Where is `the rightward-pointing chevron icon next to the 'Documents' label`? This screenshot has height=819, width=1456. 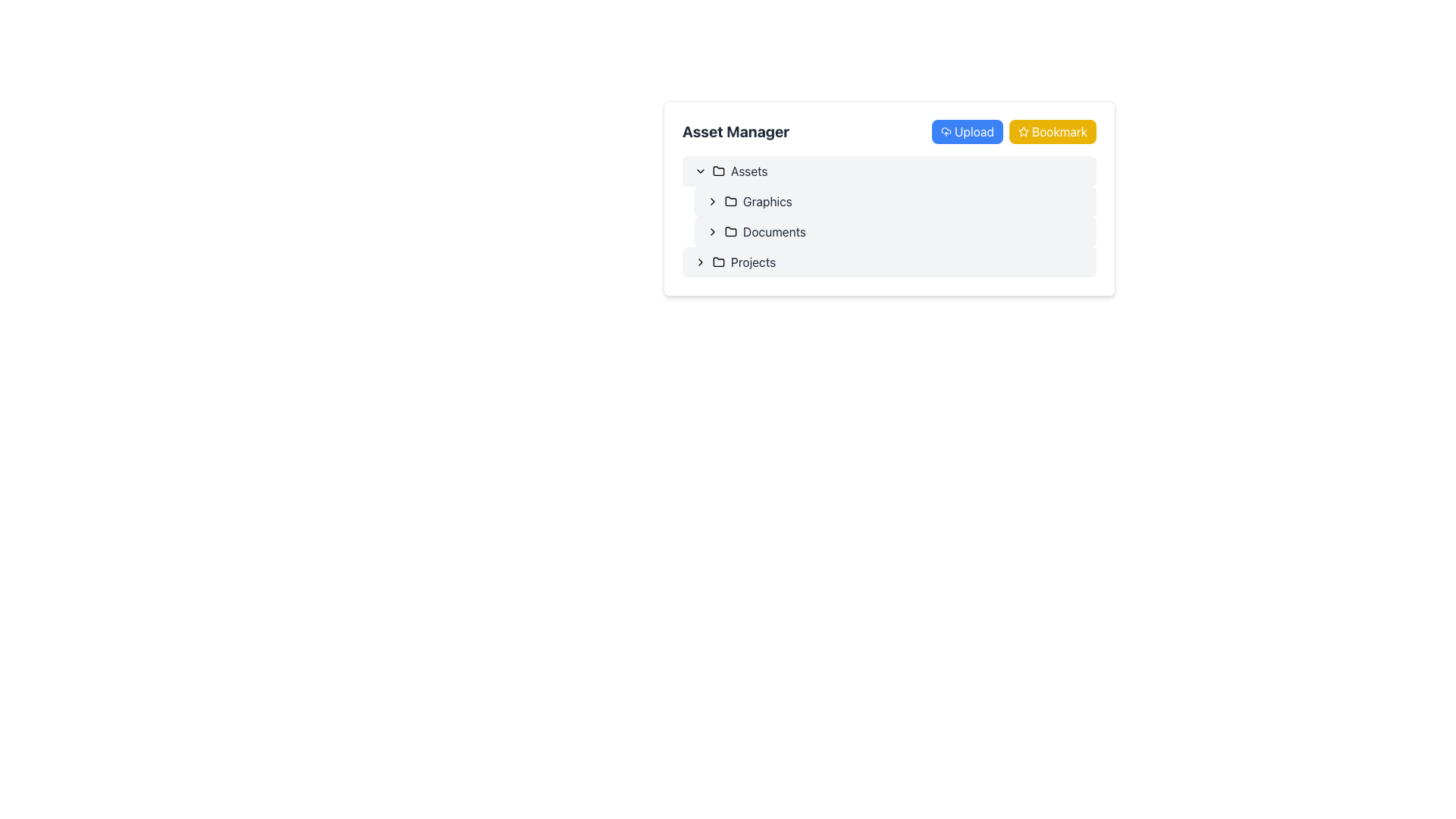 the rightward-pointing chevron icon next to the 'Documents' label is located at coordinates (712, 231).